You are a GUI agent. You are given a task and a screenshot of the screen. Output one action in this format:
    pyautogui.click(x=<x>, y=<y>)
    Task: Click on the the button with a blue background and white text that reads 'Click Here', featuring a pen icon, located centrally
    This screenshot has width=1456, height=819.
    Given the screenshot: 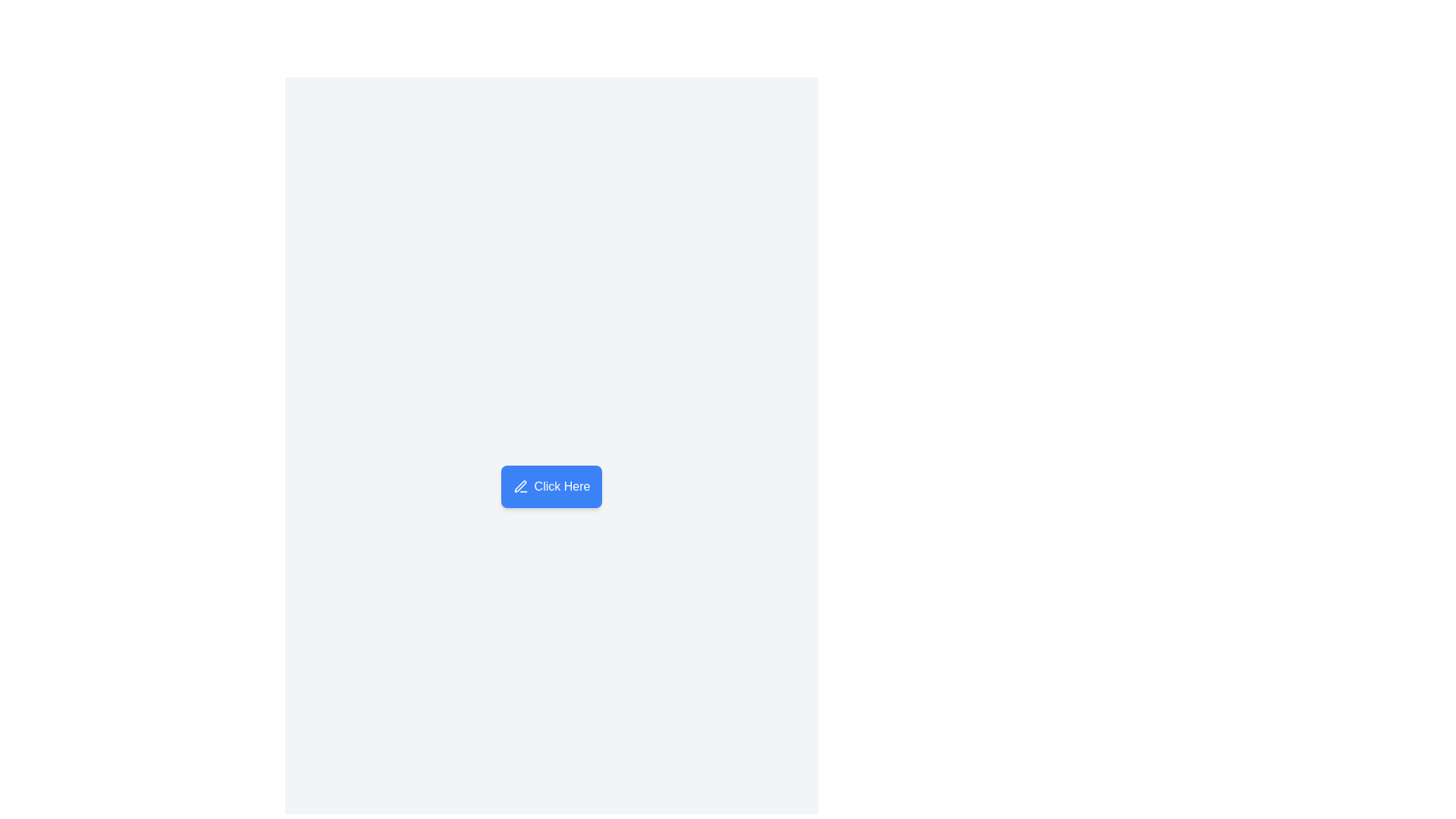 What is the action you would take?
    pyautogui.click(x=551, y=486)
    